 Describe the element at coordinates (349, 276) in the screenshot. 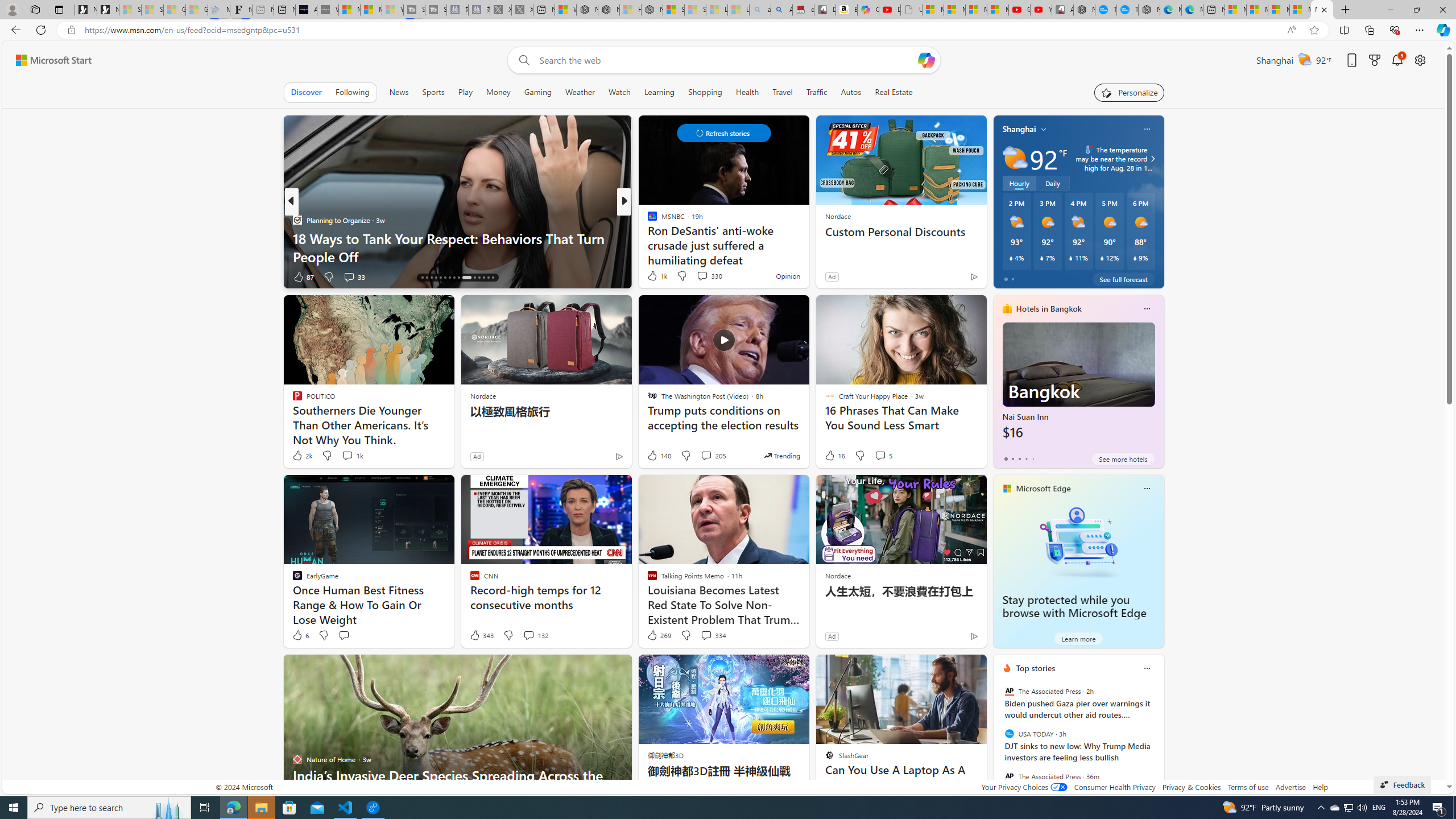

I see `'View comments 33 Comment'` at that location.